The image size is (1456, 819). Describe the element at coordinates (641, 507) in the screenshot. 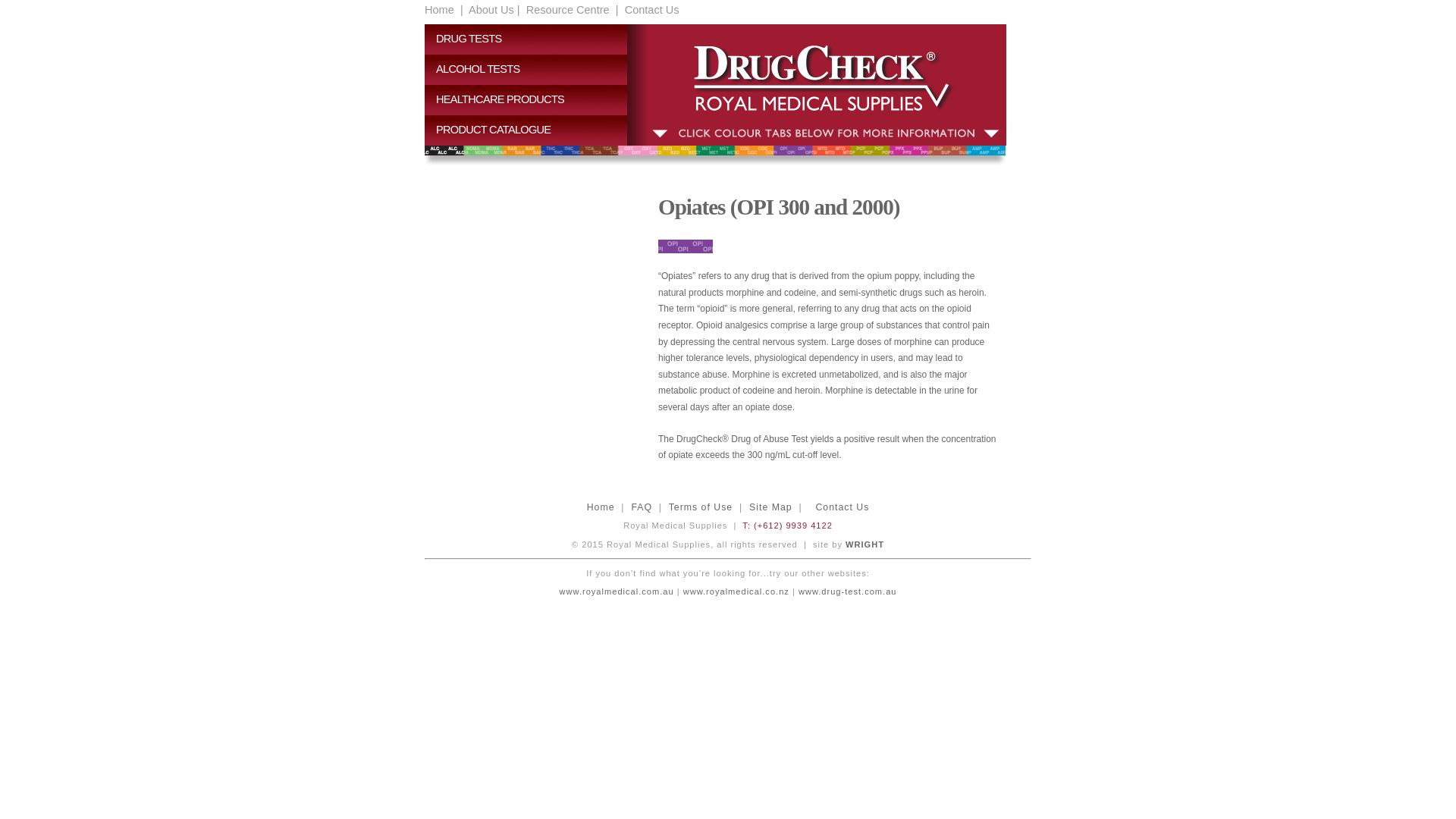

I see `'FAQ'` at that location.